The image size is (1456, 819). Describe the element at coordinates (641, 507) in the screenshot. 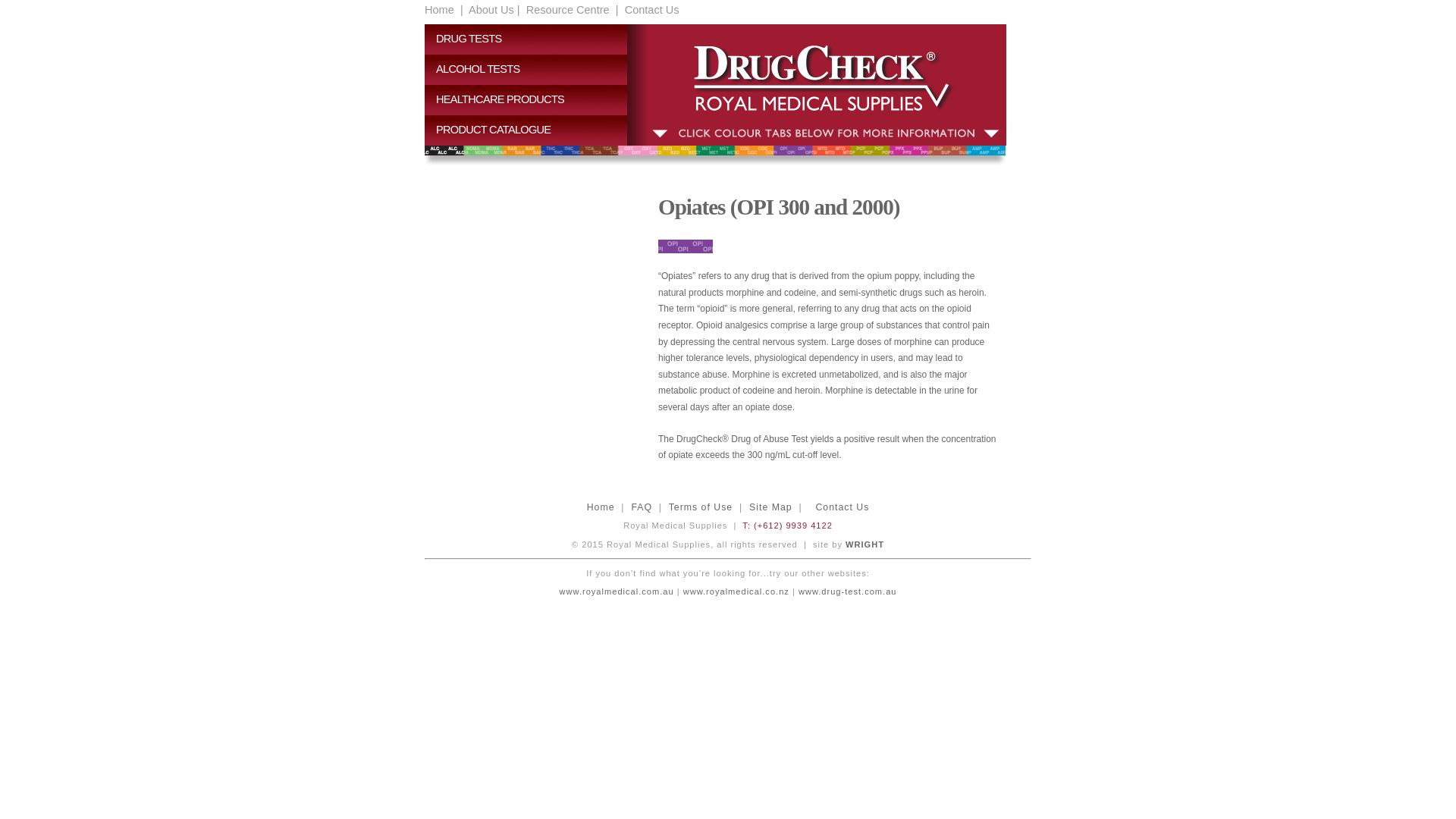

I see `'FAQ'` at that location.